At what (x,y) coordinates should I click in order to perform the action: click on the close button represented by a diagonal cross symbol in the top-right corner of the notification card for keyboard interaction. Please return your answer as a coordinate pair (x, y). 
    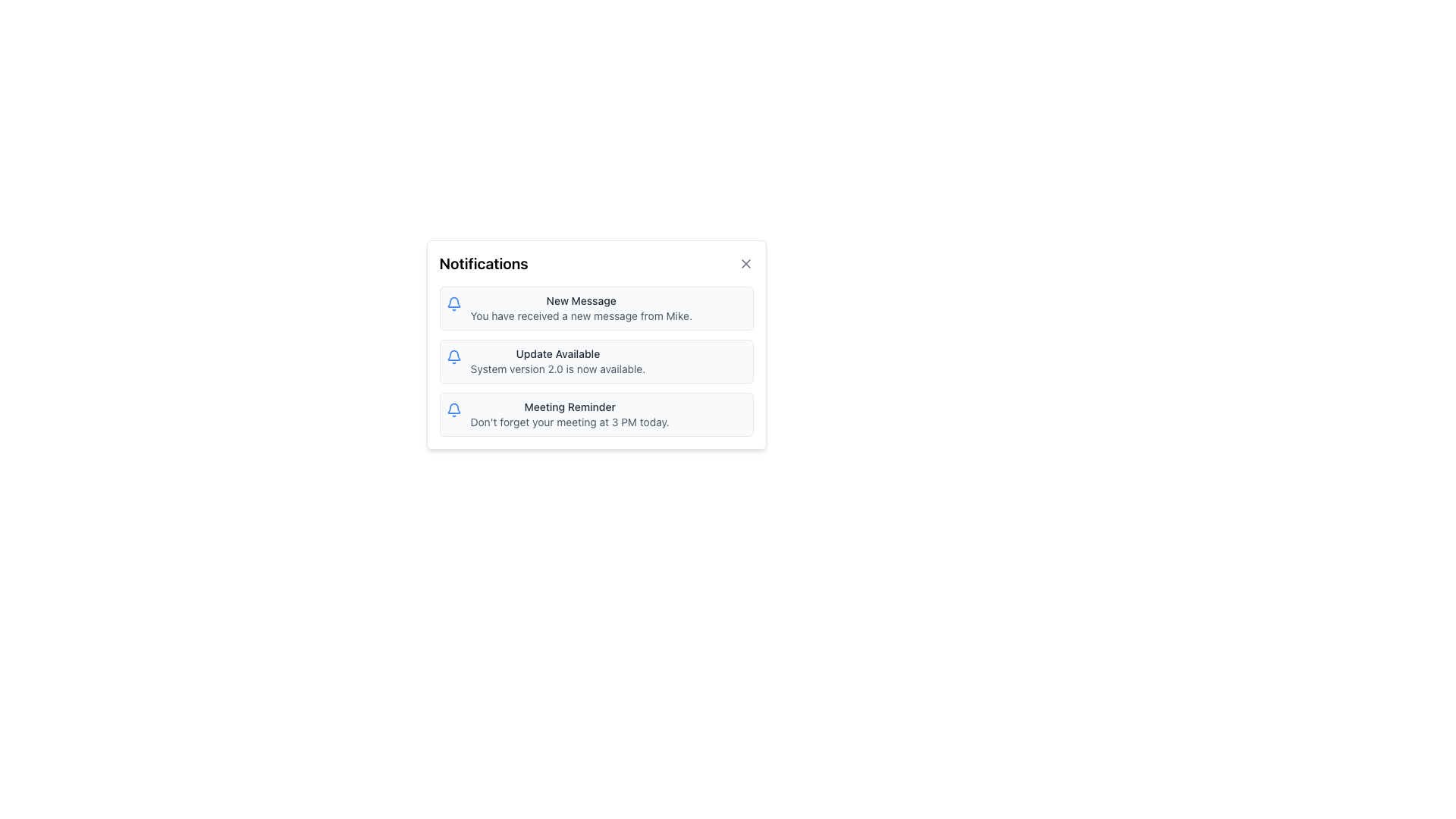
    Looking at the image, I should click on (745, 262).